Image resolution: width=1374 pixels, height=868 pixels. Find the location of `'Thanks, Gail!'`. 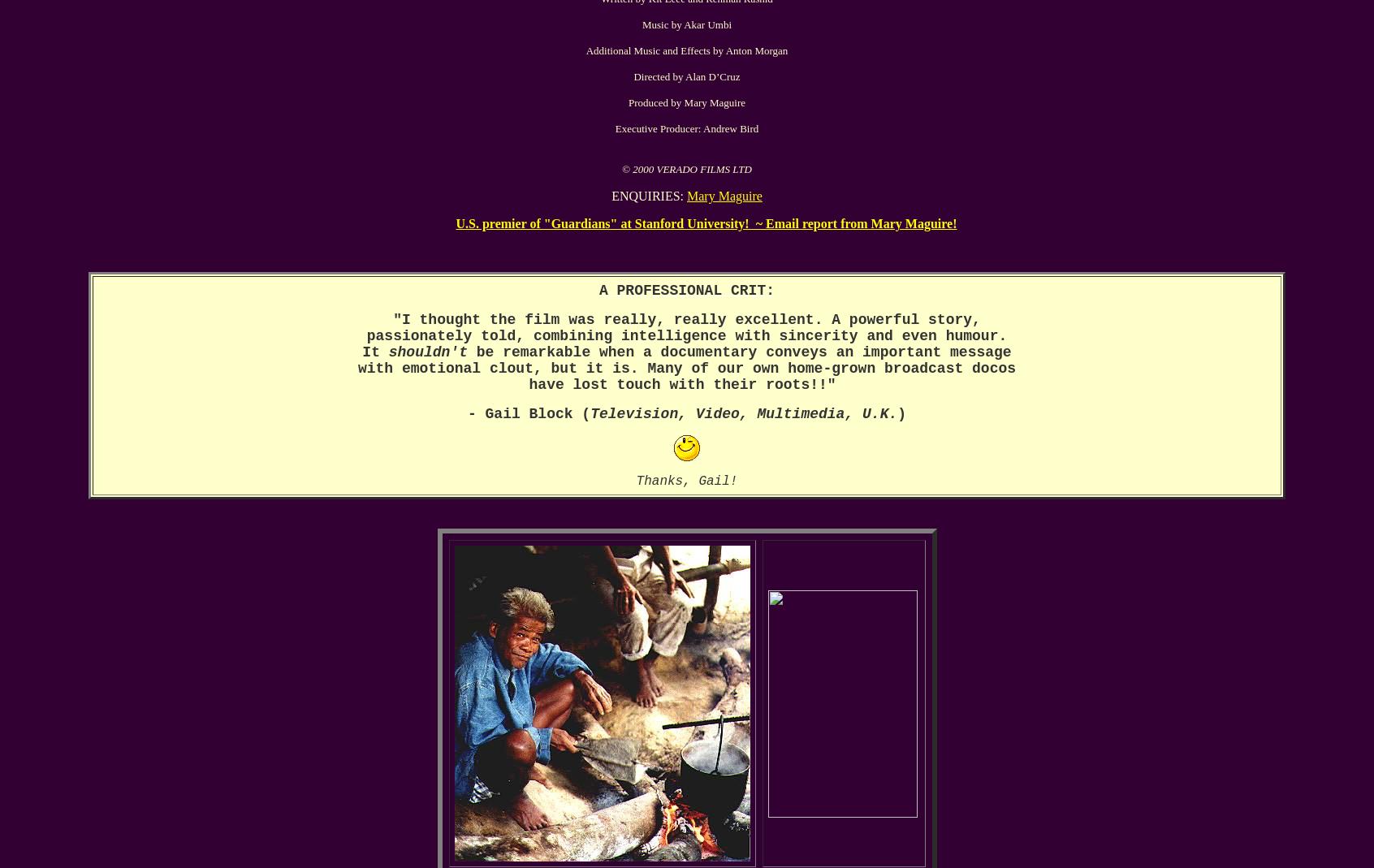

'Thanks, Gail!' is located at coordinates (686, 481).